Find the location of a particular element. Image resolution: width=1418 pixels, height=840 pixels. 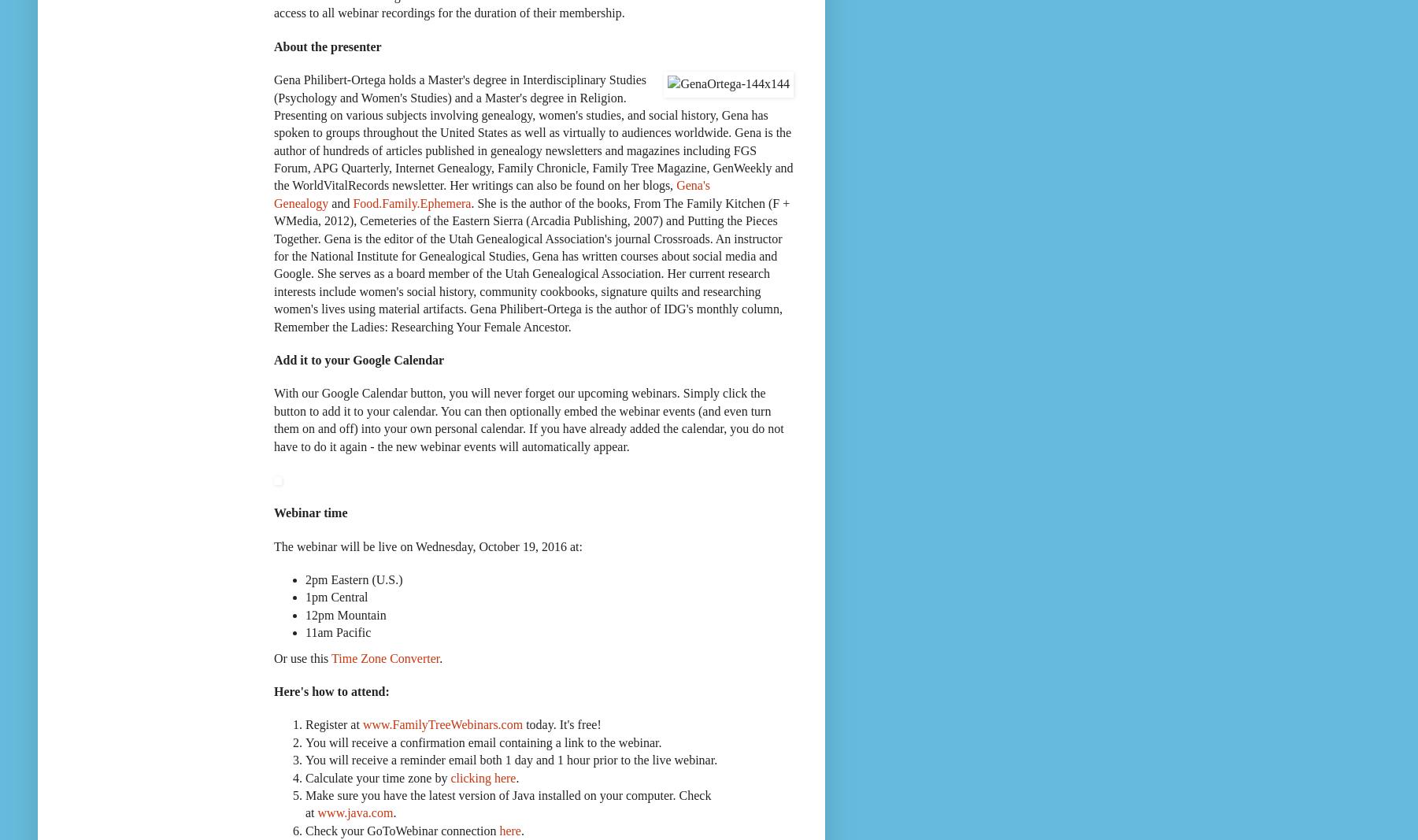

'Add it to your Google Calendar' is located at coordinates (358, 358).